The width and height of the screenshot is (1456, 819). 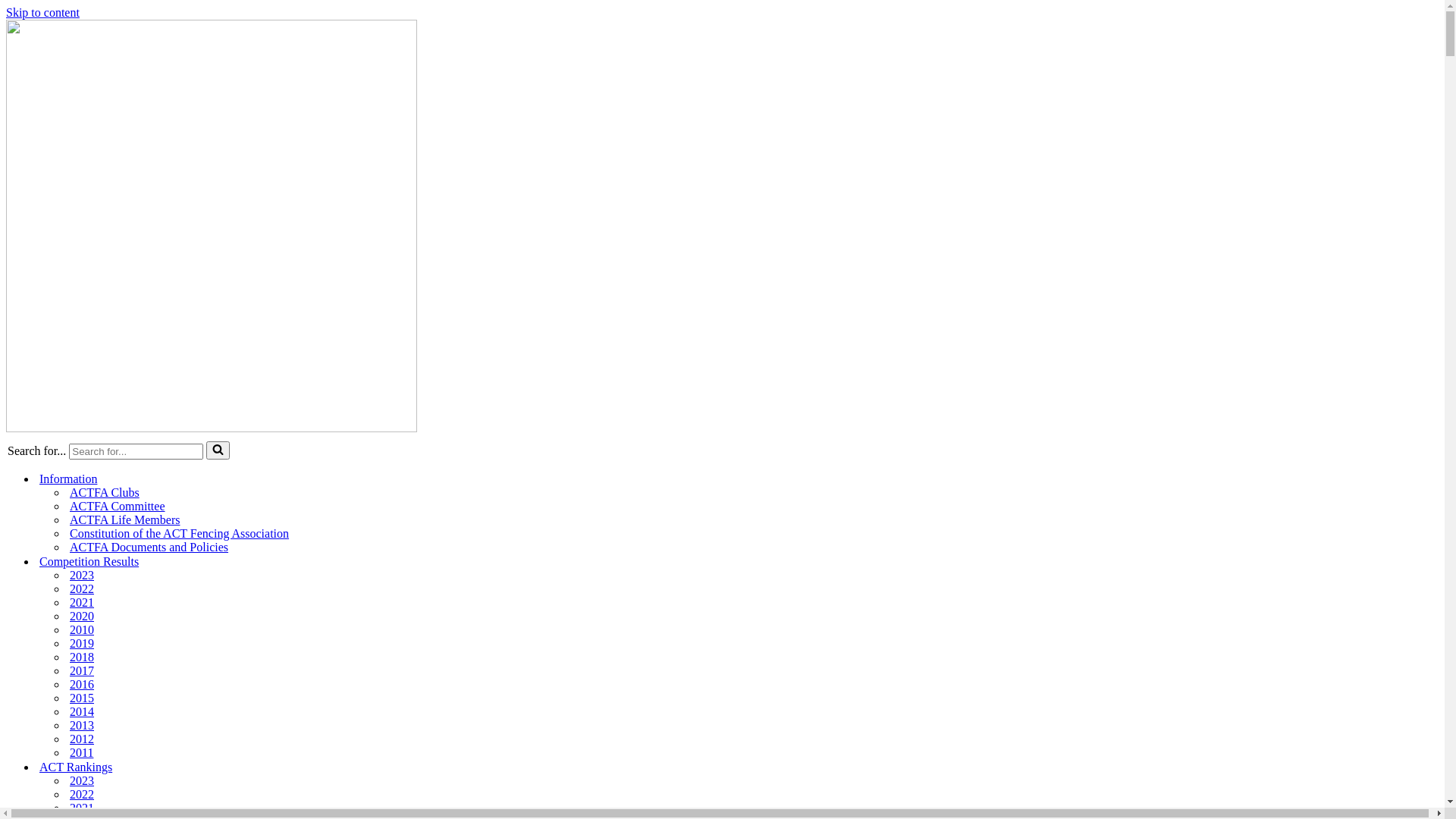 I want to click on '2015', so click(x=81, y=698).